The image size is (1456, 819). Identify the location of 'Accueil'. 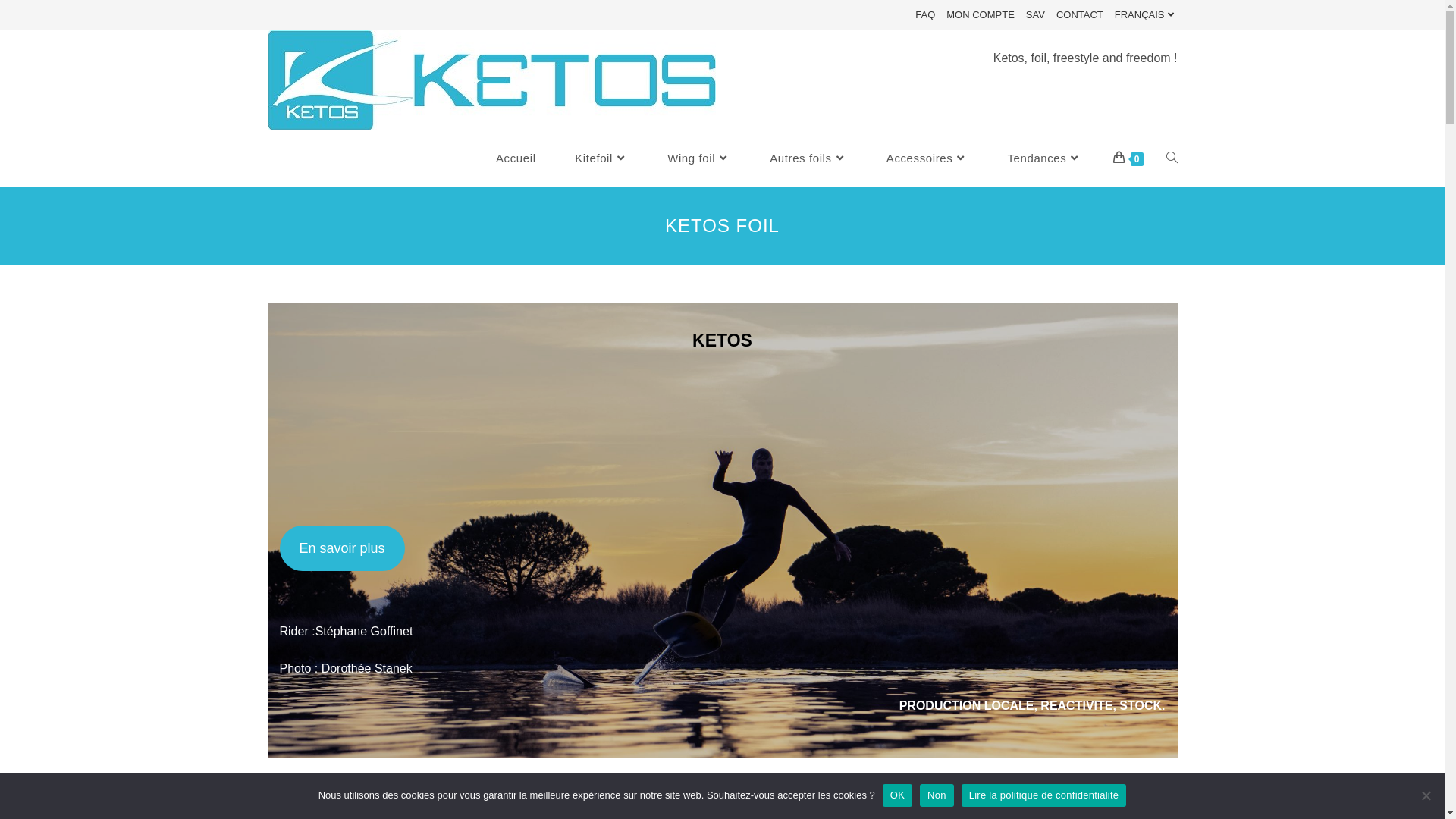
(516, 158).